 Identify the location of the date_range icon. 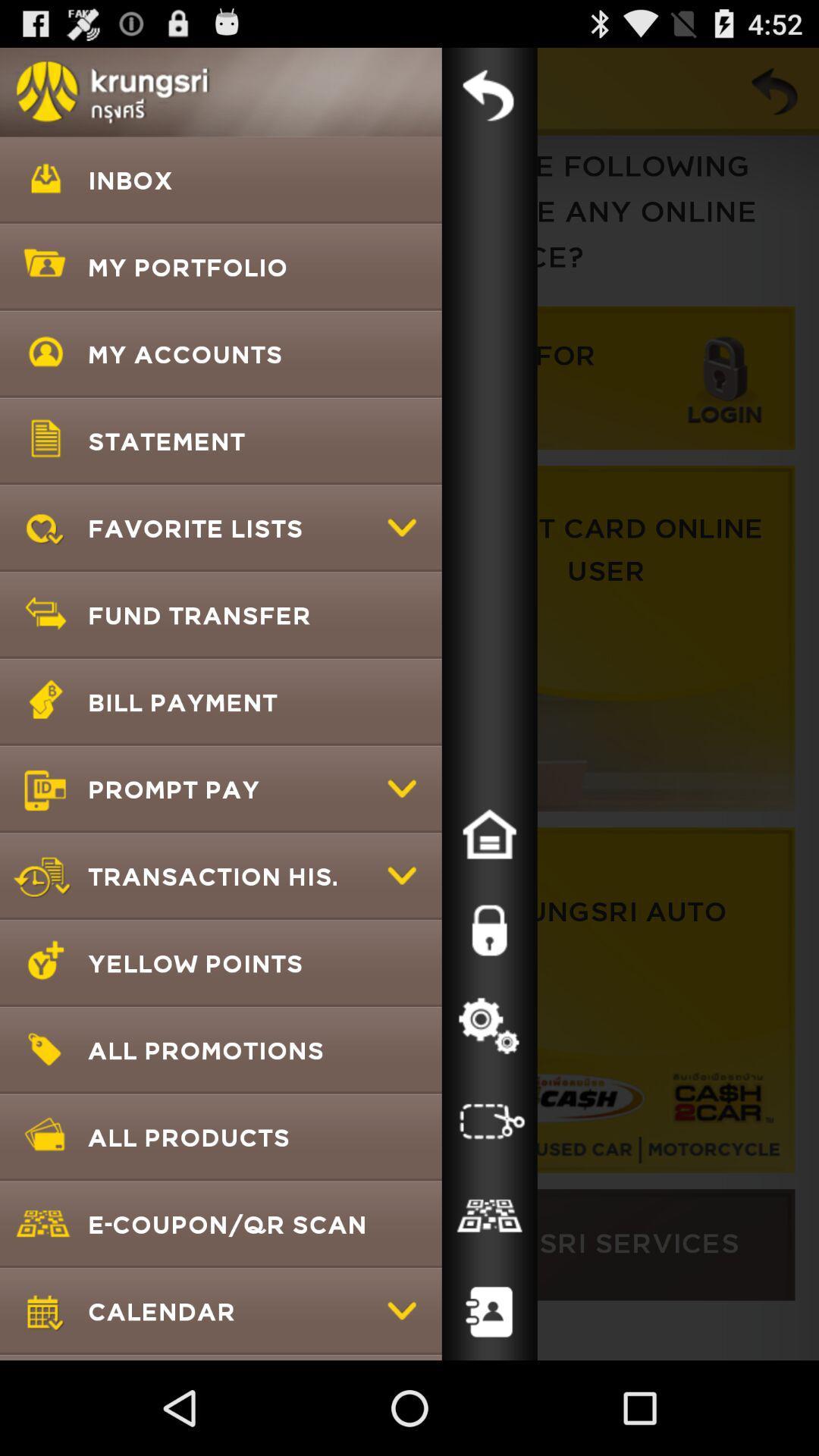
(489, 1301).